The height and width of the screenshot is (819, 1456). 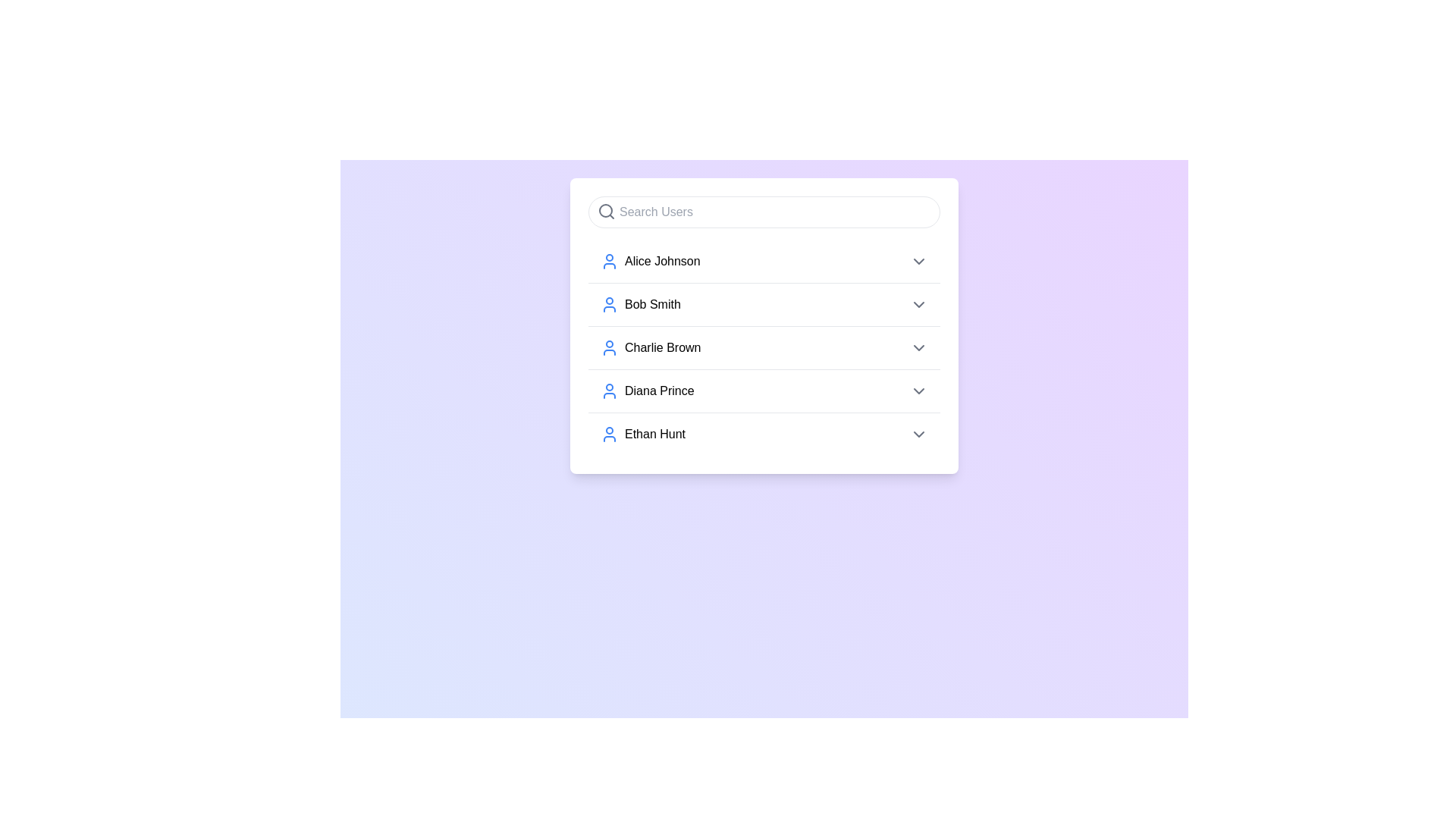 What do you see at coordinates (652, 304) in the screenshot?
I see `the text label displaying the name 'Bob Smith', which is the second user in a vertical list of names, positioned between 'Alice Johnson' and 'Charlie Brown'` at bounding box center [652, 304].